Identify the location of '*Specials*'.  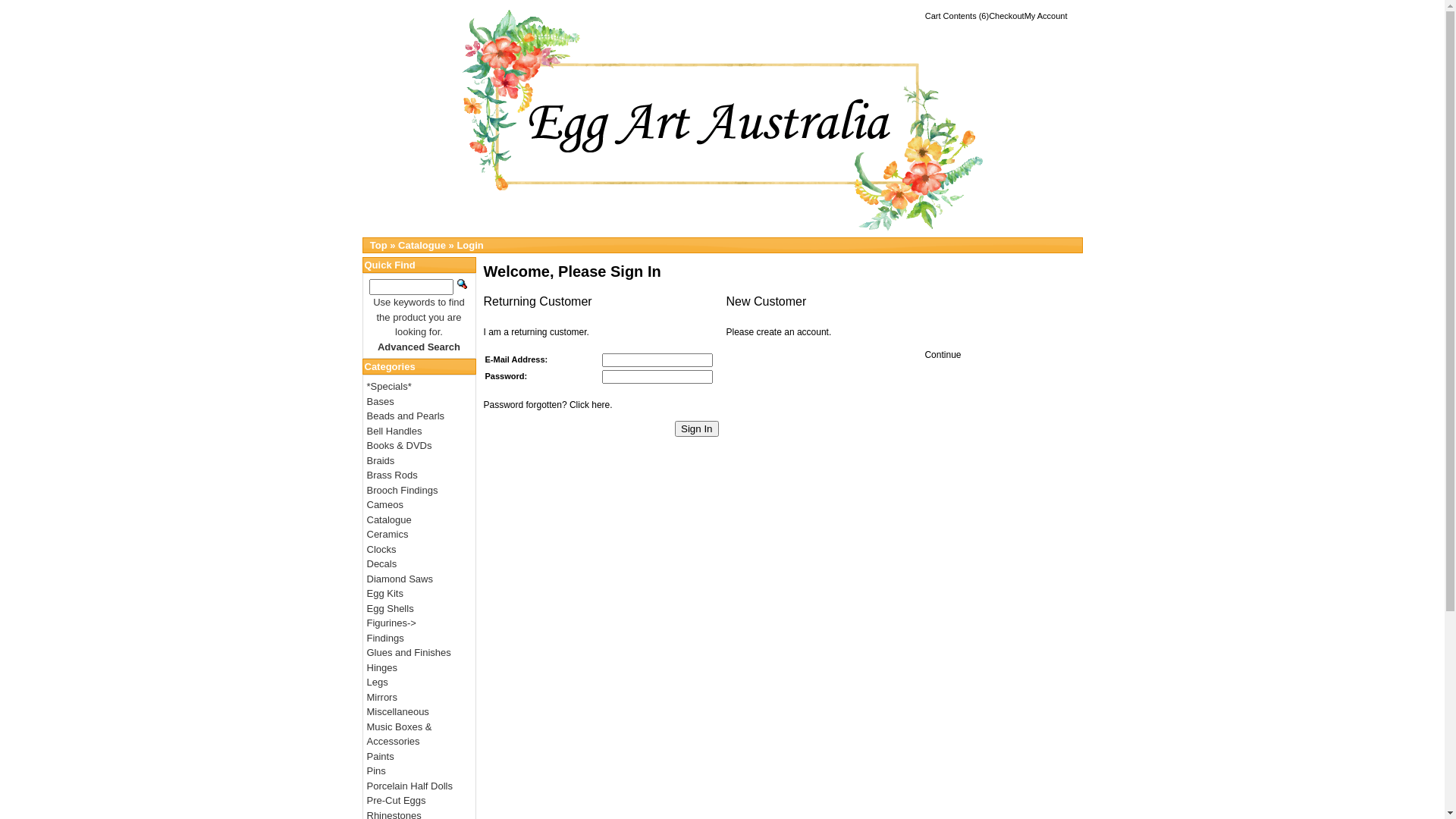
(389, 385).